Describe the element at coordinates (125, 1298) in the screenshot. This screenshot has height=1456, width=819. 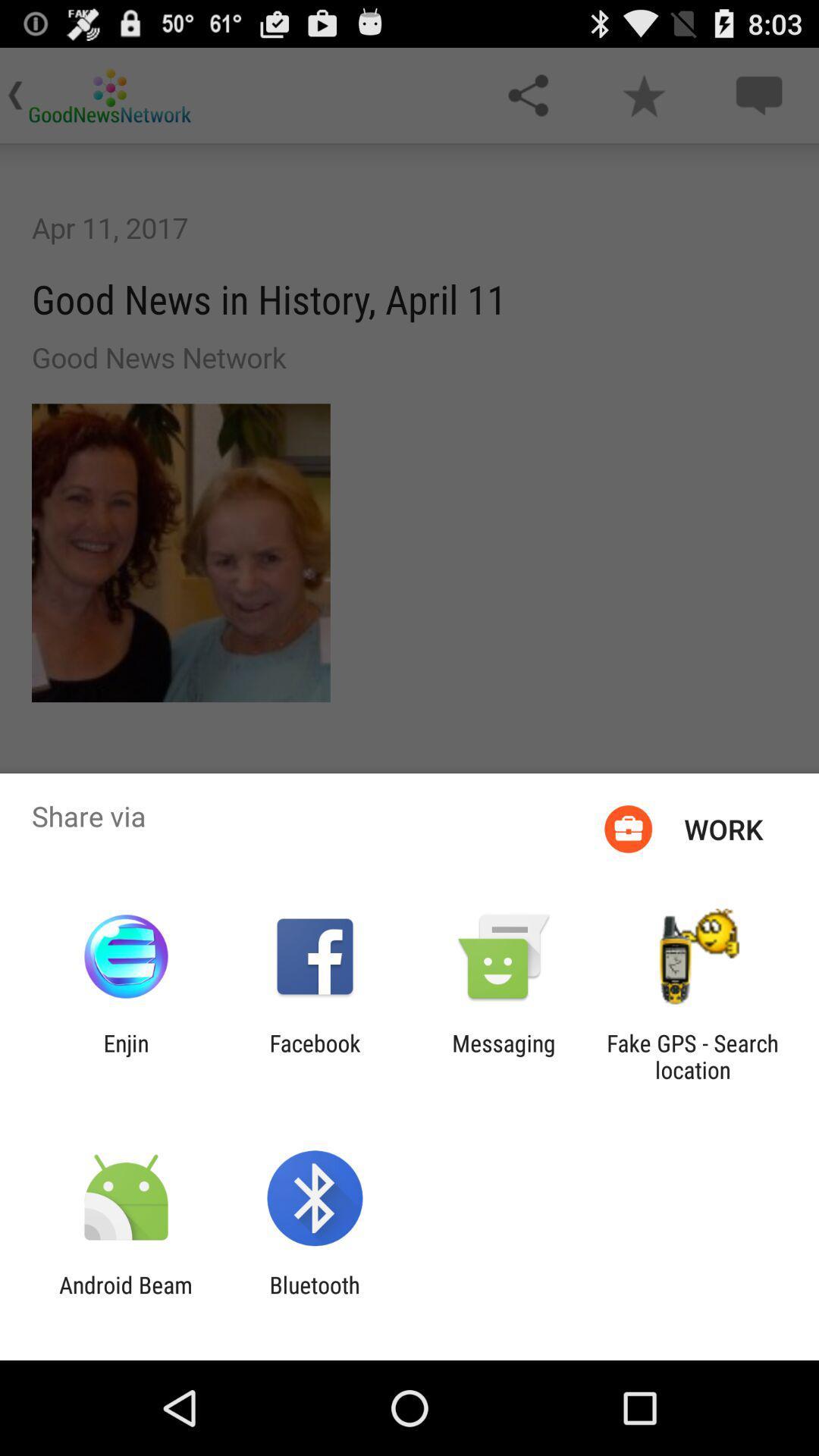
I see `the android beam` at that location.